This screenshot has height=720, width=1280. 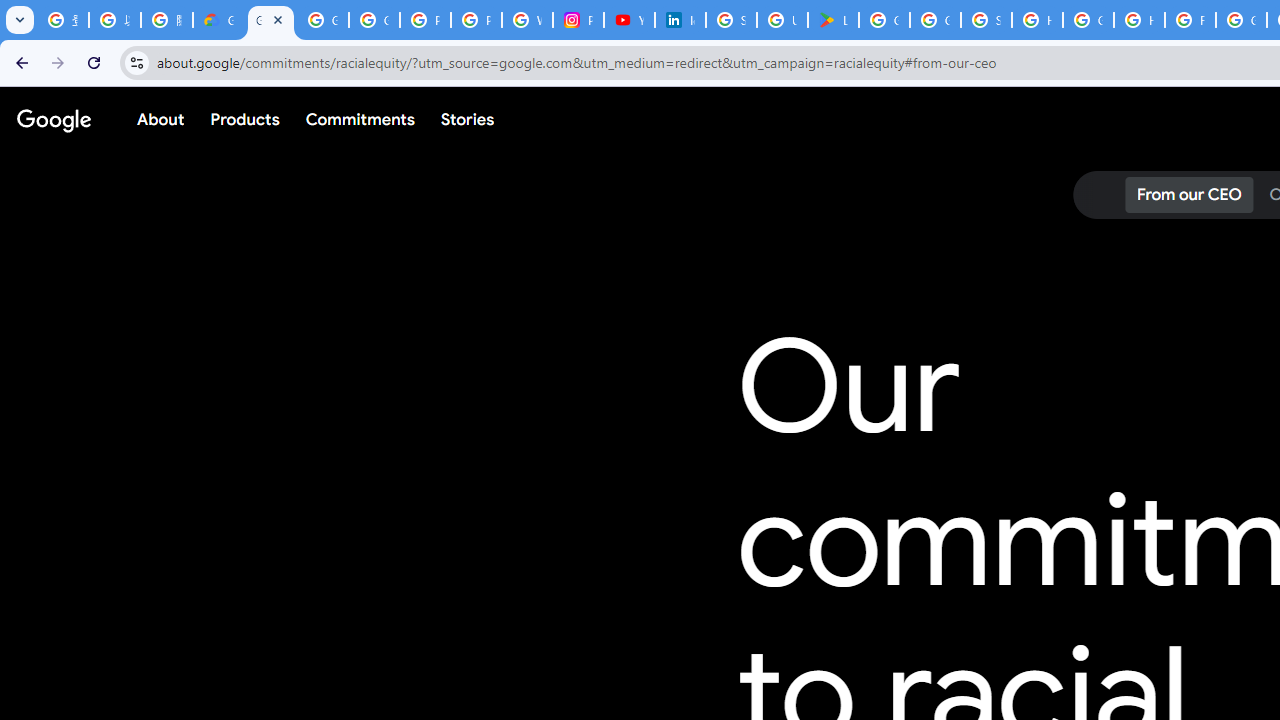 What do you see at coordinates (628, 20) in the screenshot?
I see `'YouTube Culture & Trends - On The Rise: Handcam Videos'` at bounding box center [628, 20].